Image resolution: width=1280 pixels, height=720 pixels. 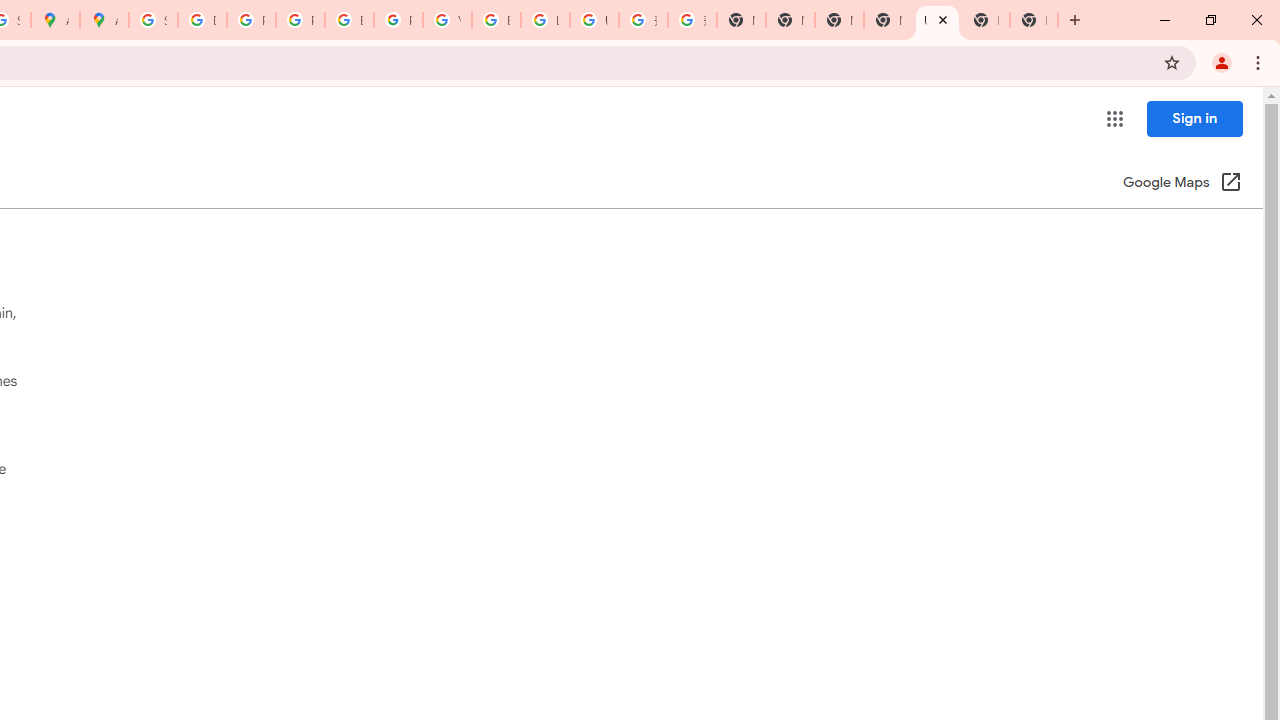 What do you see at coordinates (446, 20) in the screenshot?
I see `'YouTube'` at bounding box center [446, 20].